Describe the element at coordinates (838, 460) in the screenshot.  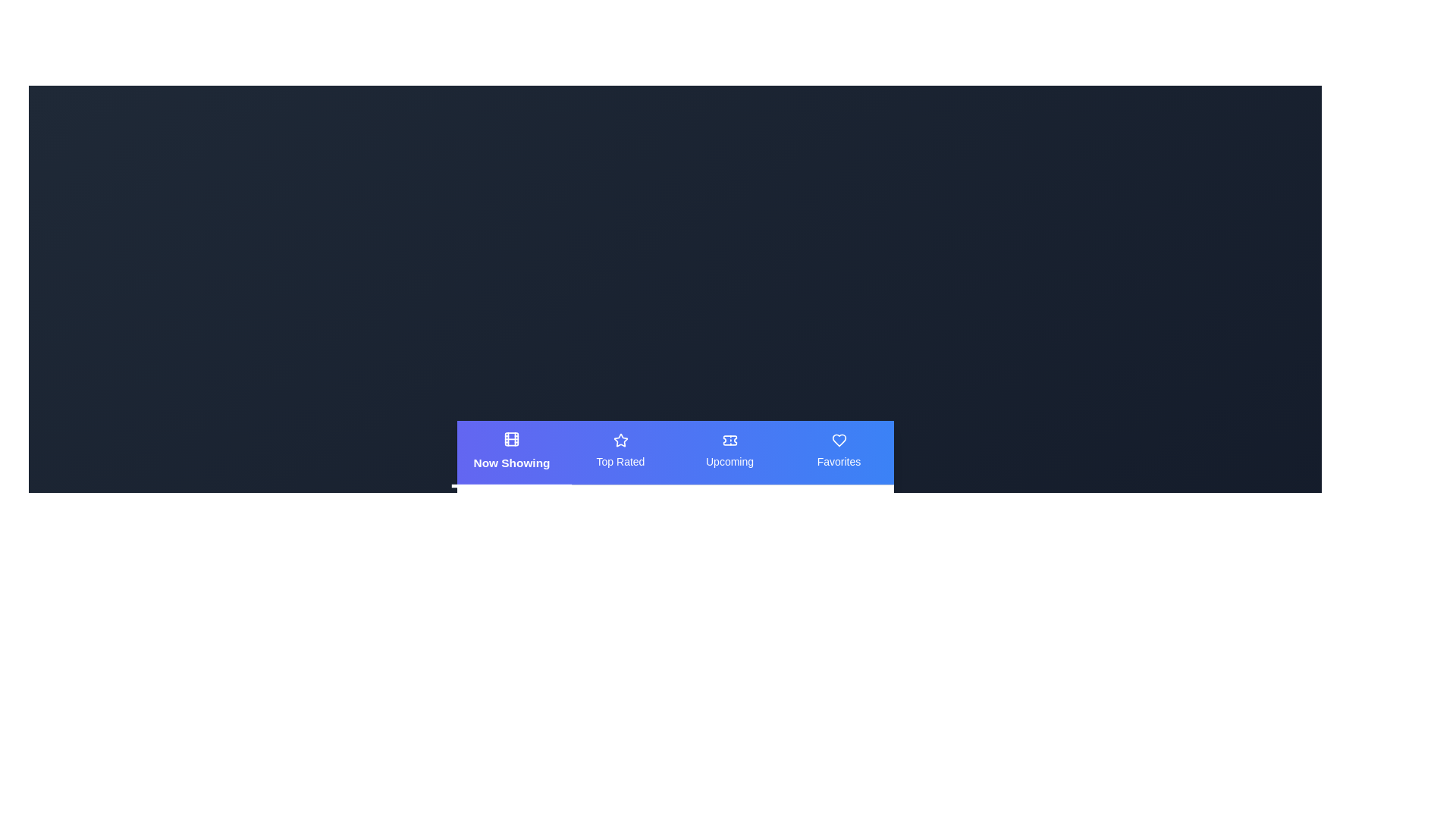
I see `the text label that indicates the favorites section in the bottom navigation bar, located beneath the heart icon` at that location.